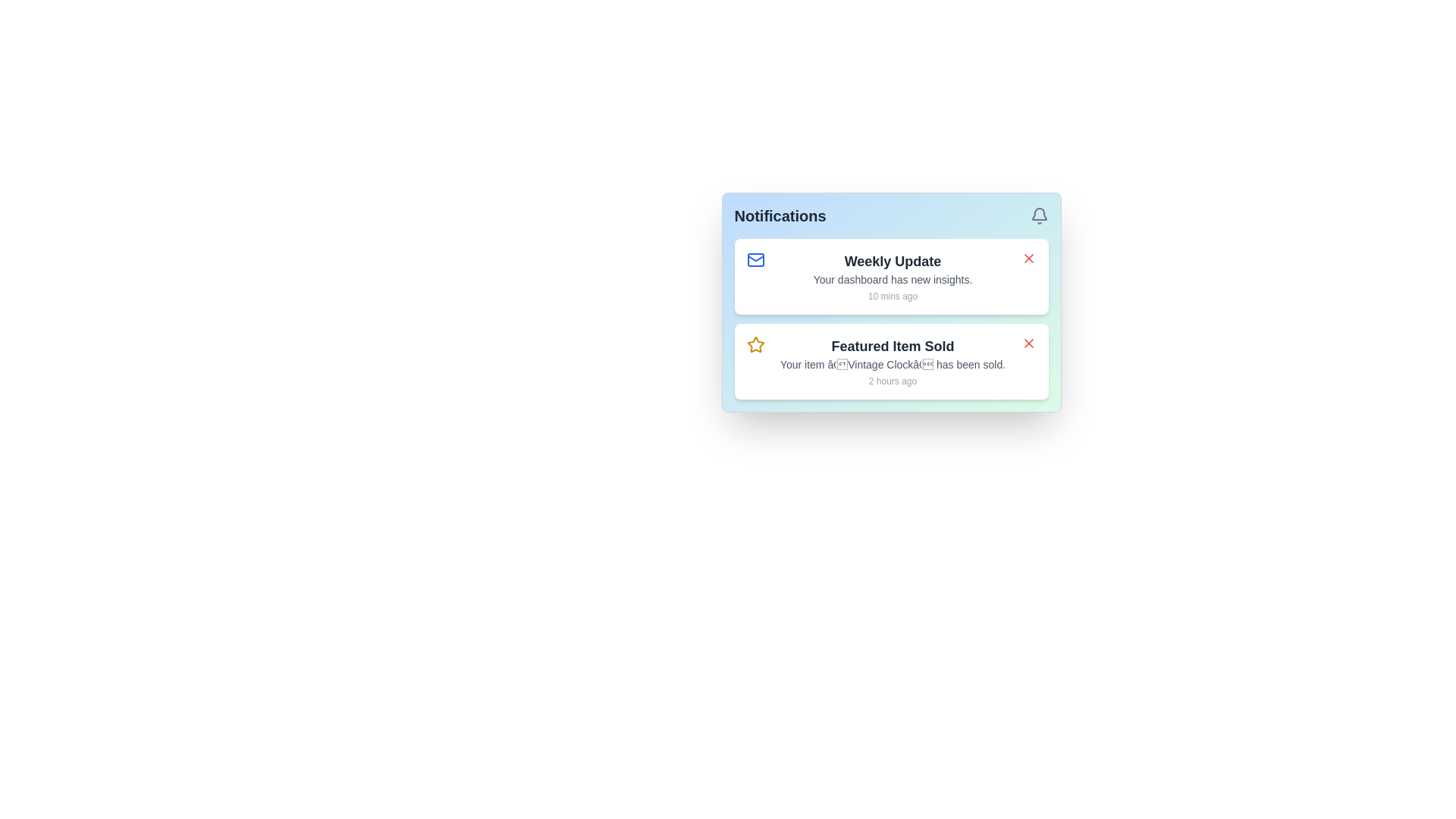 The height and width of the screenshot is (819, 1456). Describe the element at coordinates (1038, 216) in the screenshot. I see `the bell icon with a gray outline, located in the upper-right corner of the 'Notifications' panel next to the 'Notifications' text header` at that location.